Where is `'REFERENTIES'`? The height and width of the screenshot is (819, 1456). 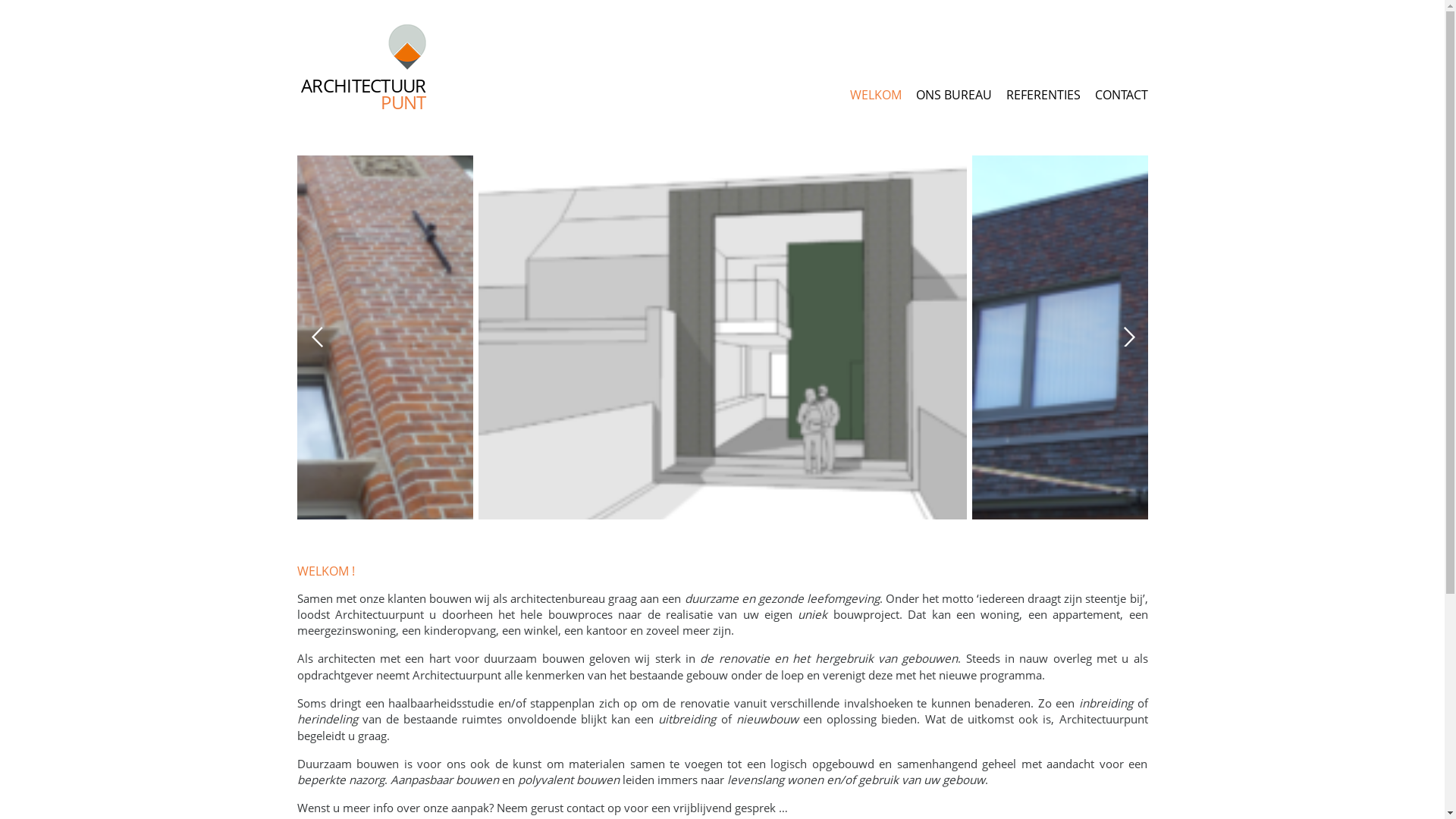 'REFERENTIES' is located at coordinates (1041, 97).